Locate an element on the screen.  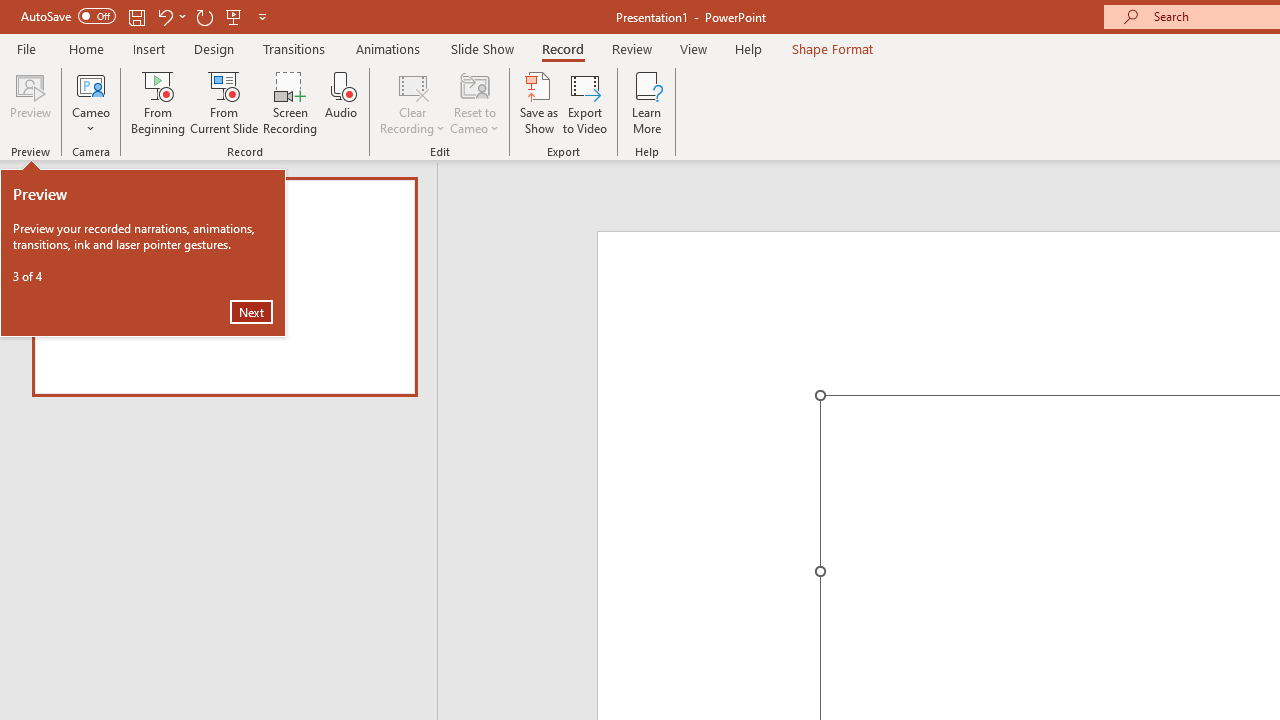
'Save as Show' is located at coordinates (539, 103).